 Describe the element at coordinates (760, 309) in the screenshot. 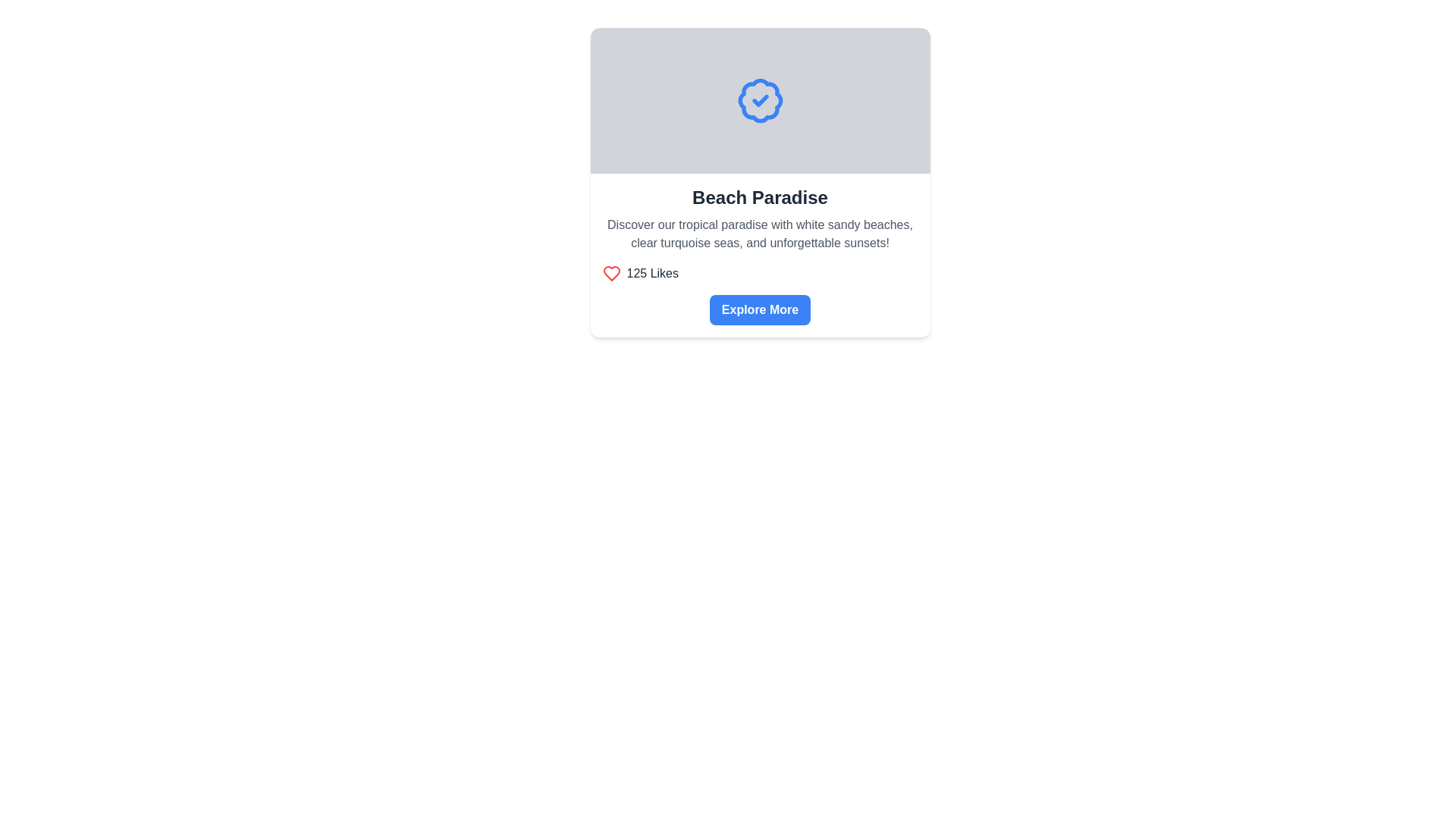

I see `the rectangular button with rounded corners and a blue background labeled 'Explore More'` at that location.